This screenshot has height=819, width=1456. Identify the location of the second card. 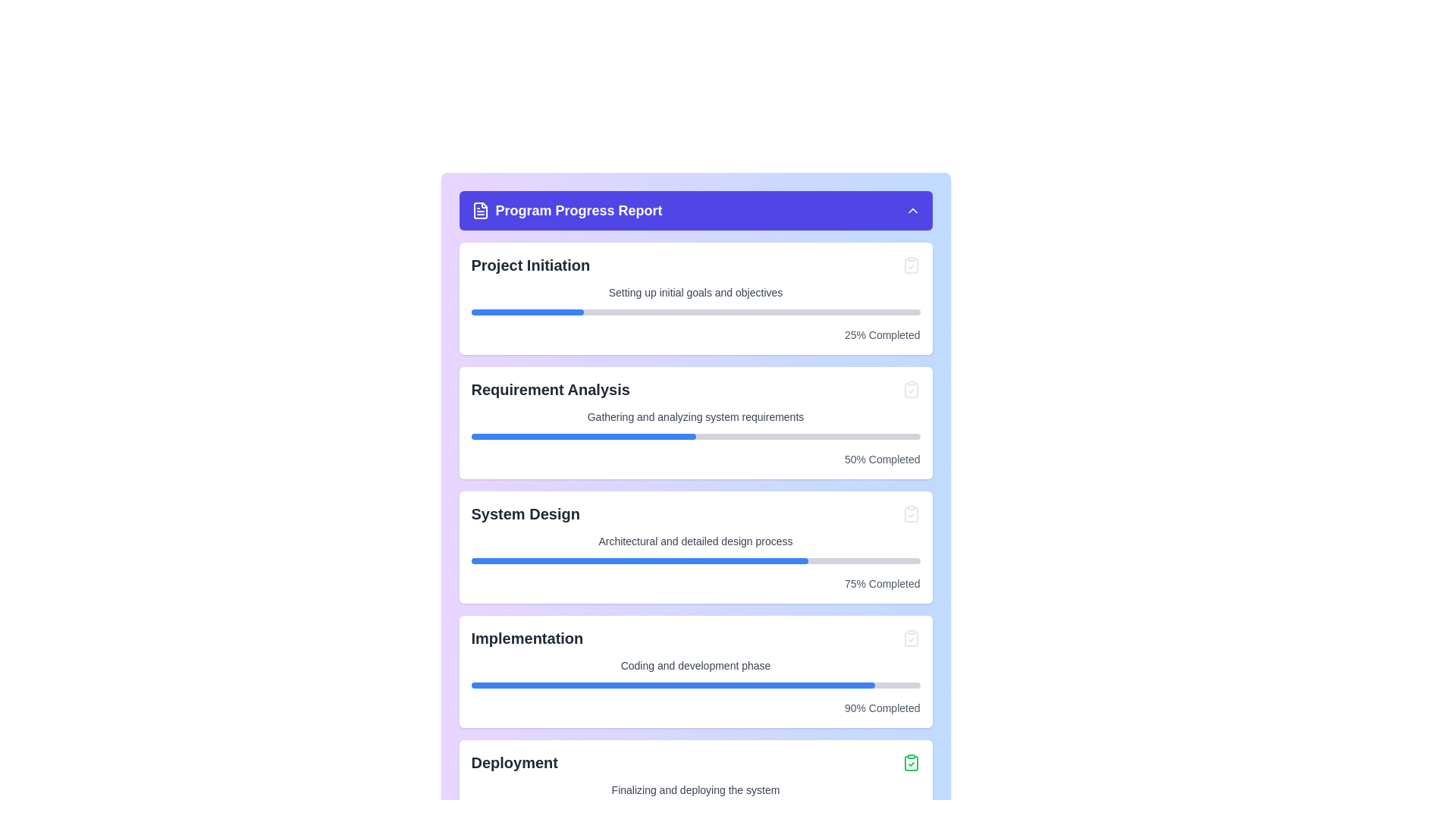
(695, 423).